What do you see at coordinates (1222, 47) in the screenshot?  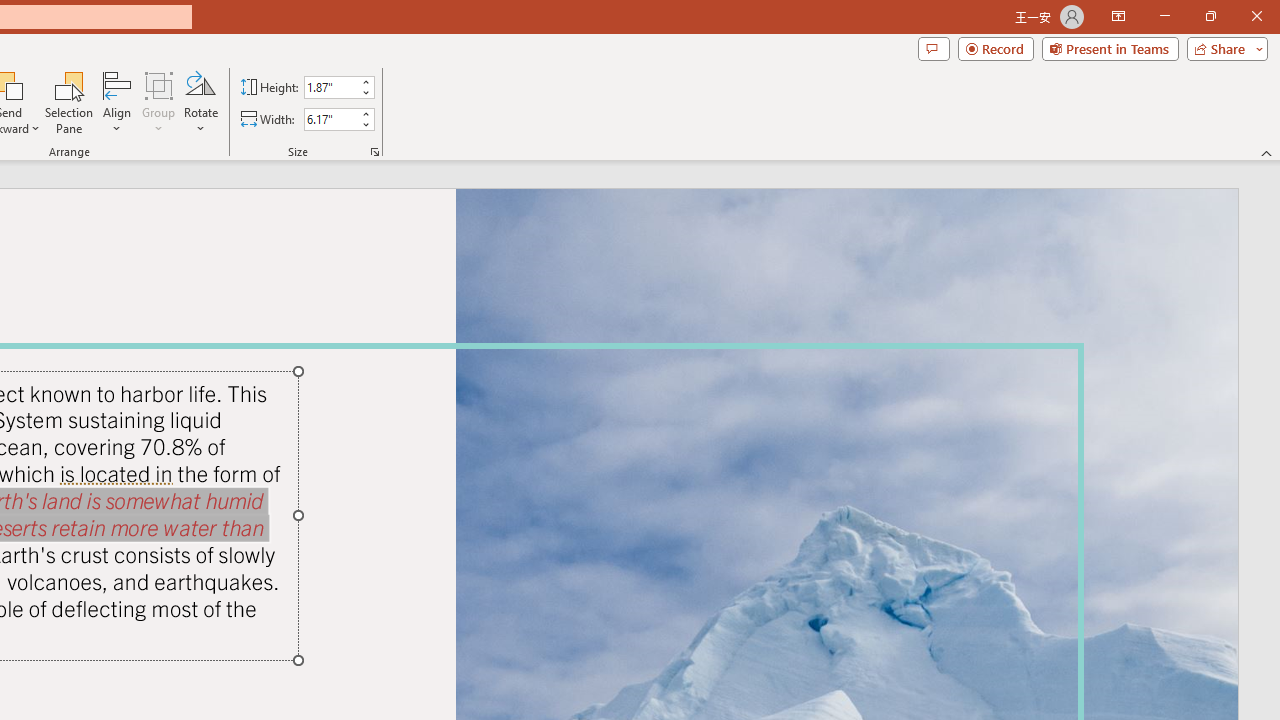 I see `'Share'` at bounding box center [1222, 47].